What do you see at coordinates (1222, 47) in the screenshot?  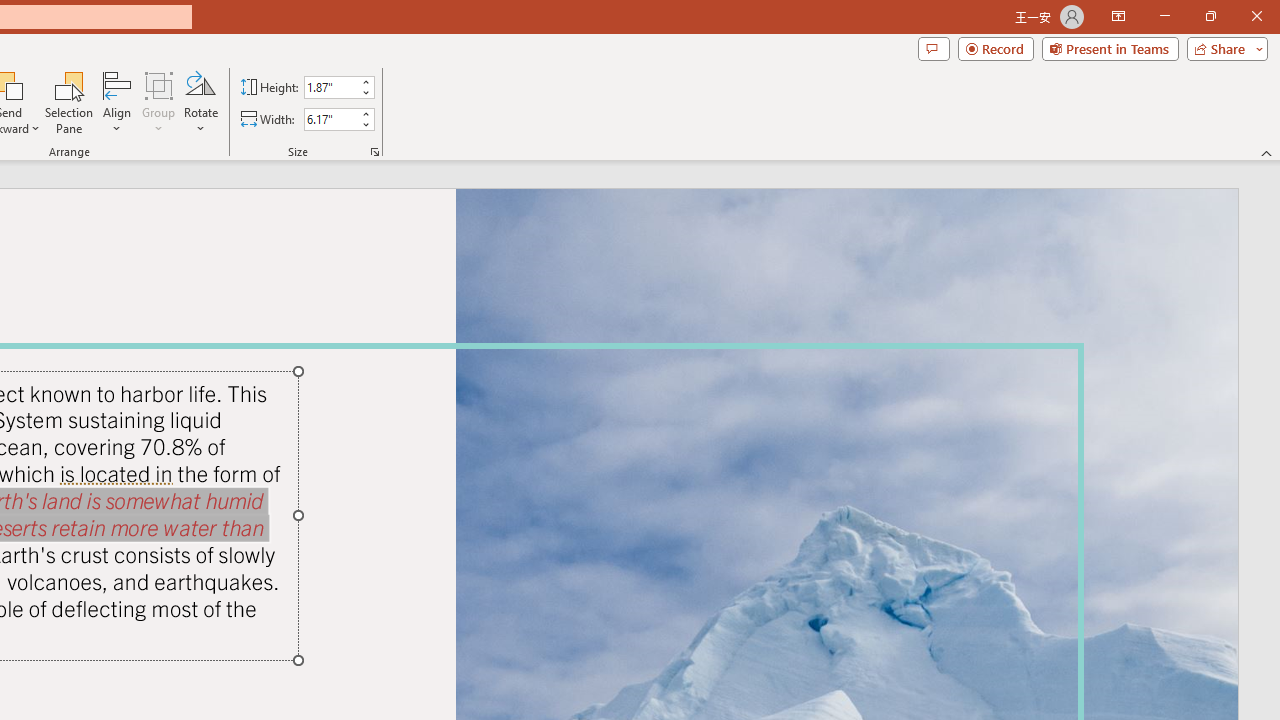 I see `'Share'` at bounding box center [1222, 47].